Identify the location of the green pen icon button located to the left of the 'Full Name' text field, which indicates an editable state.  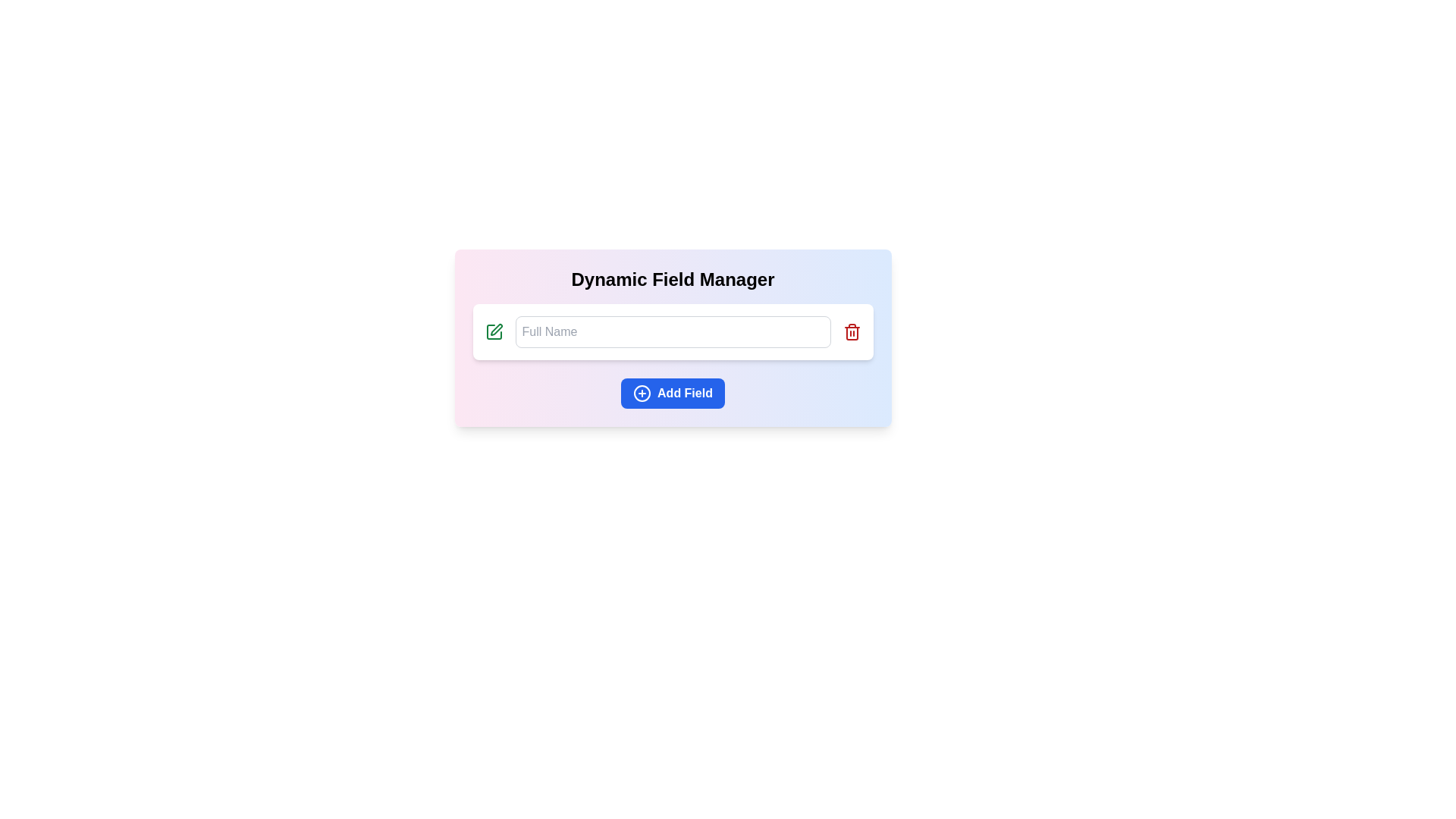
(494, 331).